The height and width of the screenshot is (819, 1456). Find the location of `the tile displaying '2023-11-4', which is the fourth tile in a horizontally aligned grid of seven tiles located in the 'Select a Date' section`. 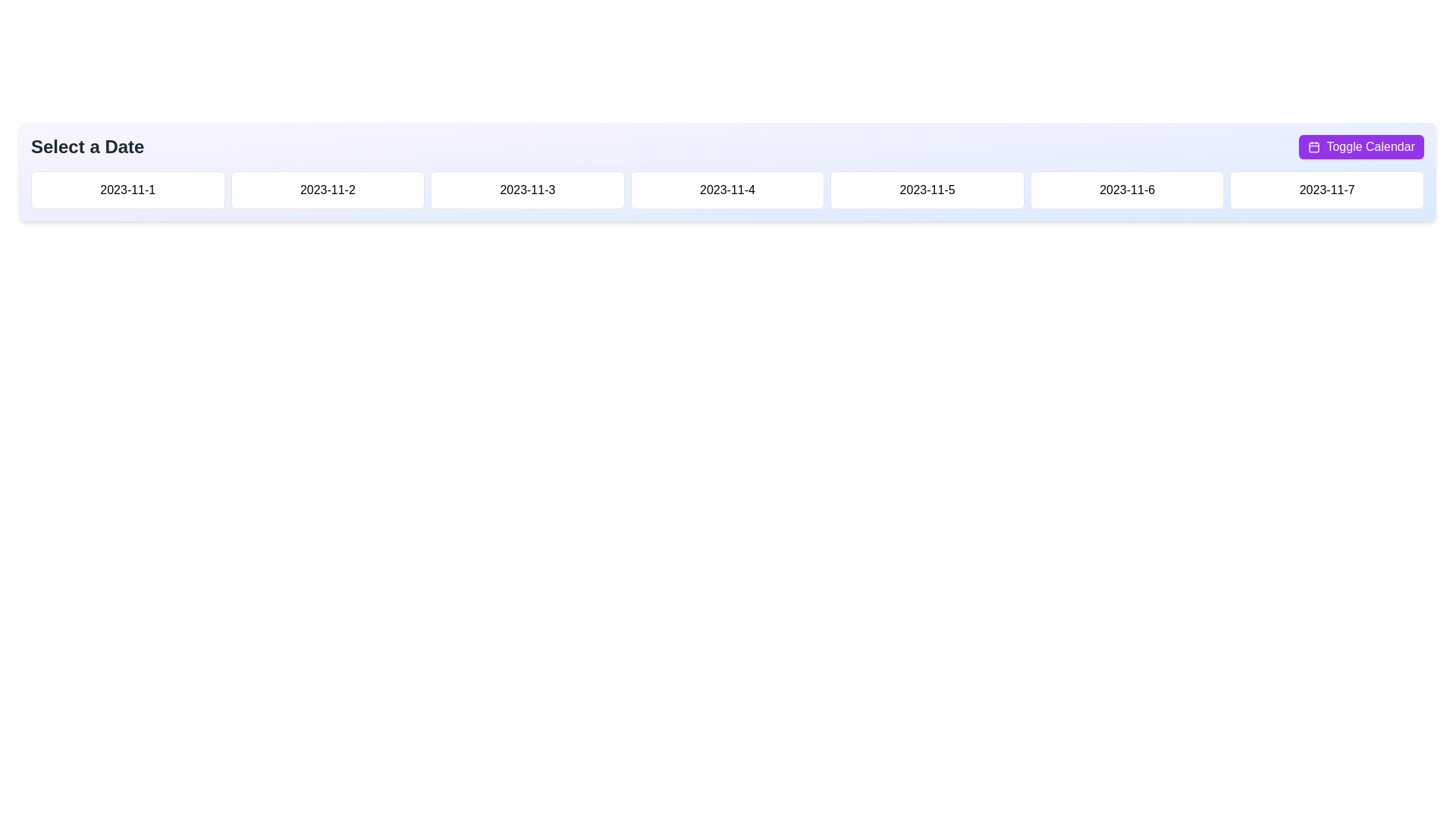

the tile displaying '2023-11-4', which is the fourth tile in a horizontally aligned grid of seven tiles located in the 'Select a Date' section is located at coordinates (726, 189).